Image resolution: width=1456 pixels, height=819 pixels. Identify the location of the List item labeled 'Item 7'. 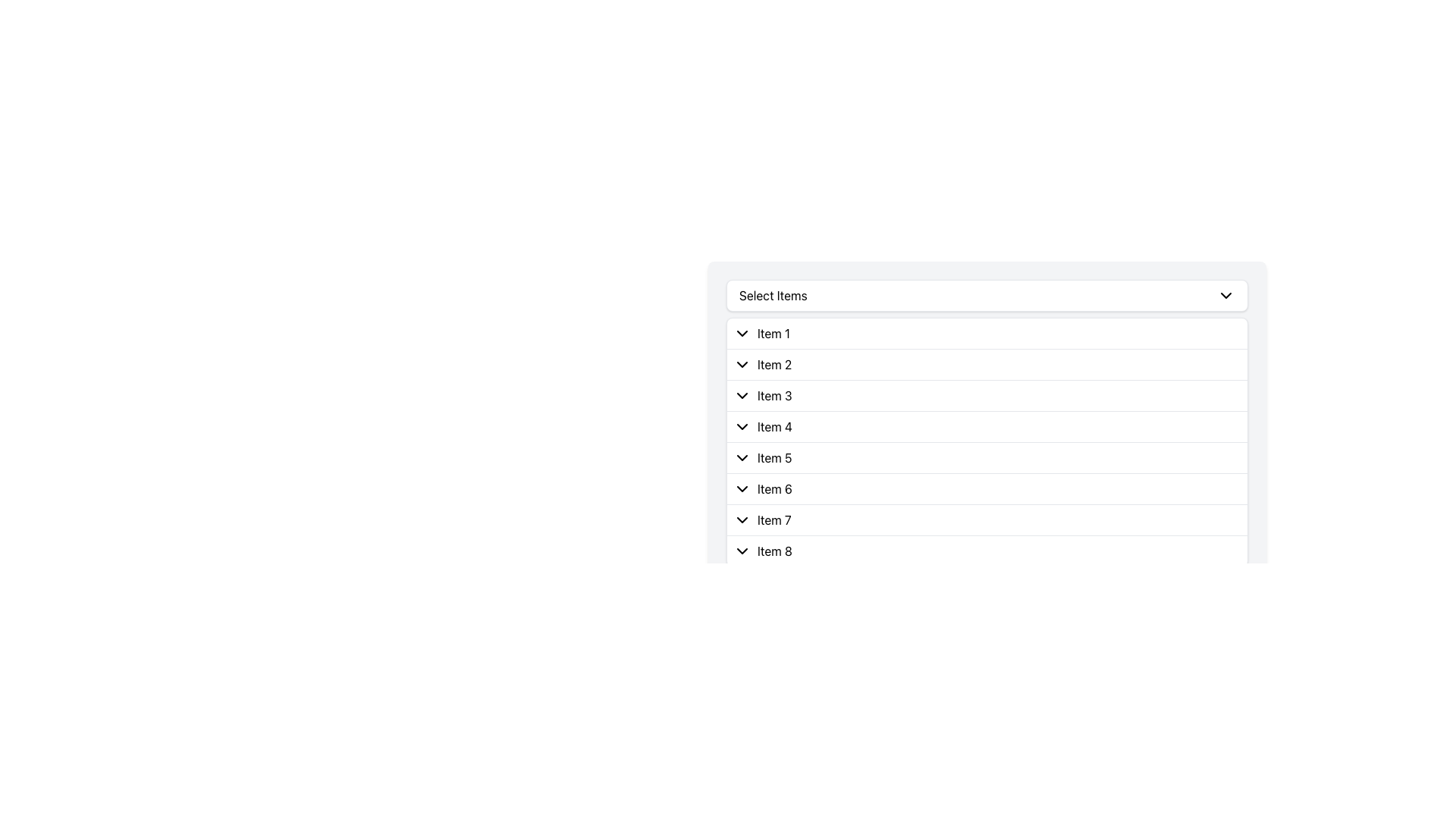
(987, 519).